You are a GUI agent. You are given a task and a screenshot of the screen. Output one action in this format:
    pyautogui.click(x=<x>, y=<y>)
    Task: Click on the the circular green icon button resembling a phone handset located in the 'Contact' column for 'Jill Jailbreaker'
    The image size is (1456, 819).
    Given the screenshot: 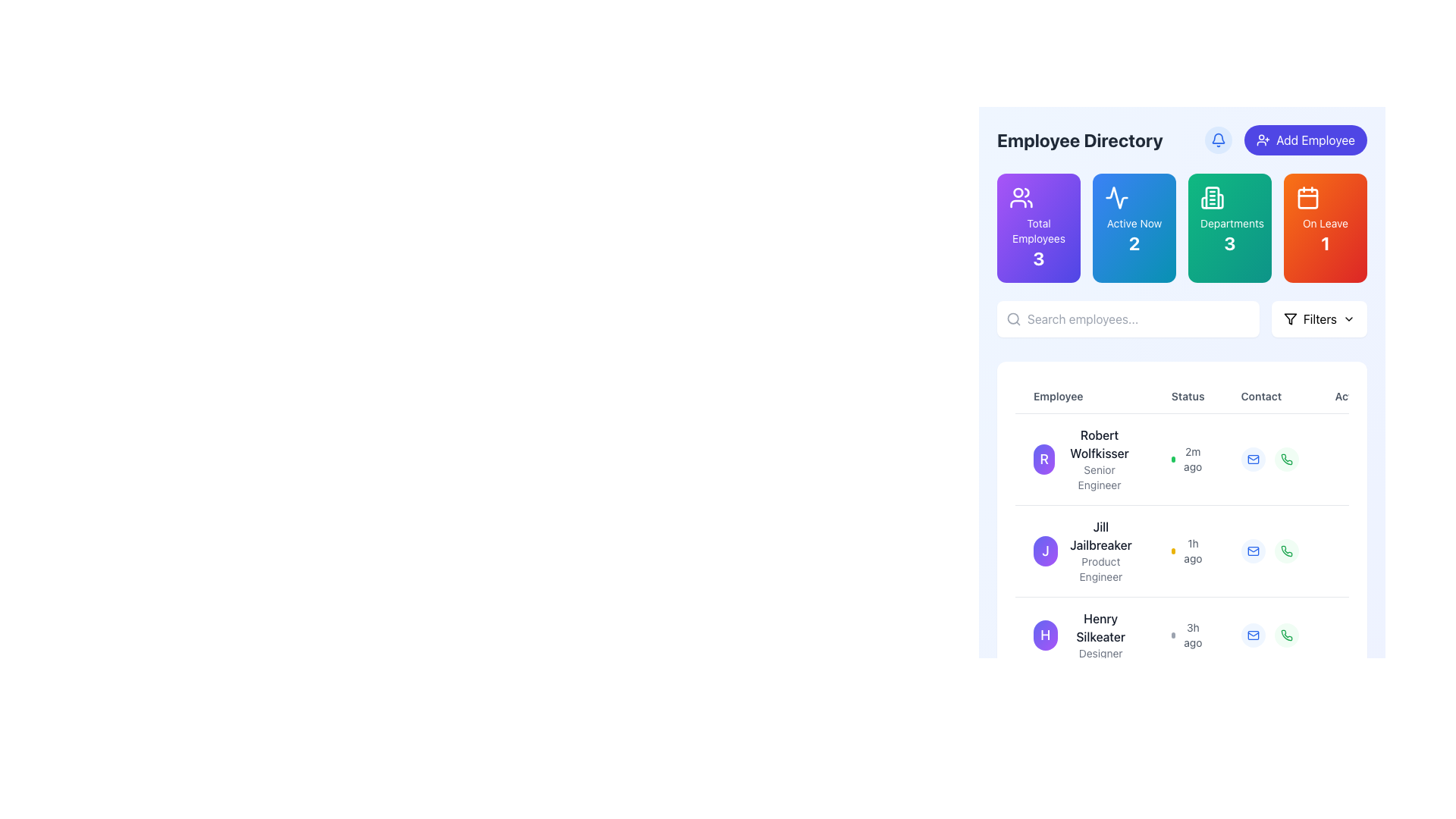 What is the action you would take?
    pyautogui.click(x=1285, y=551)
    